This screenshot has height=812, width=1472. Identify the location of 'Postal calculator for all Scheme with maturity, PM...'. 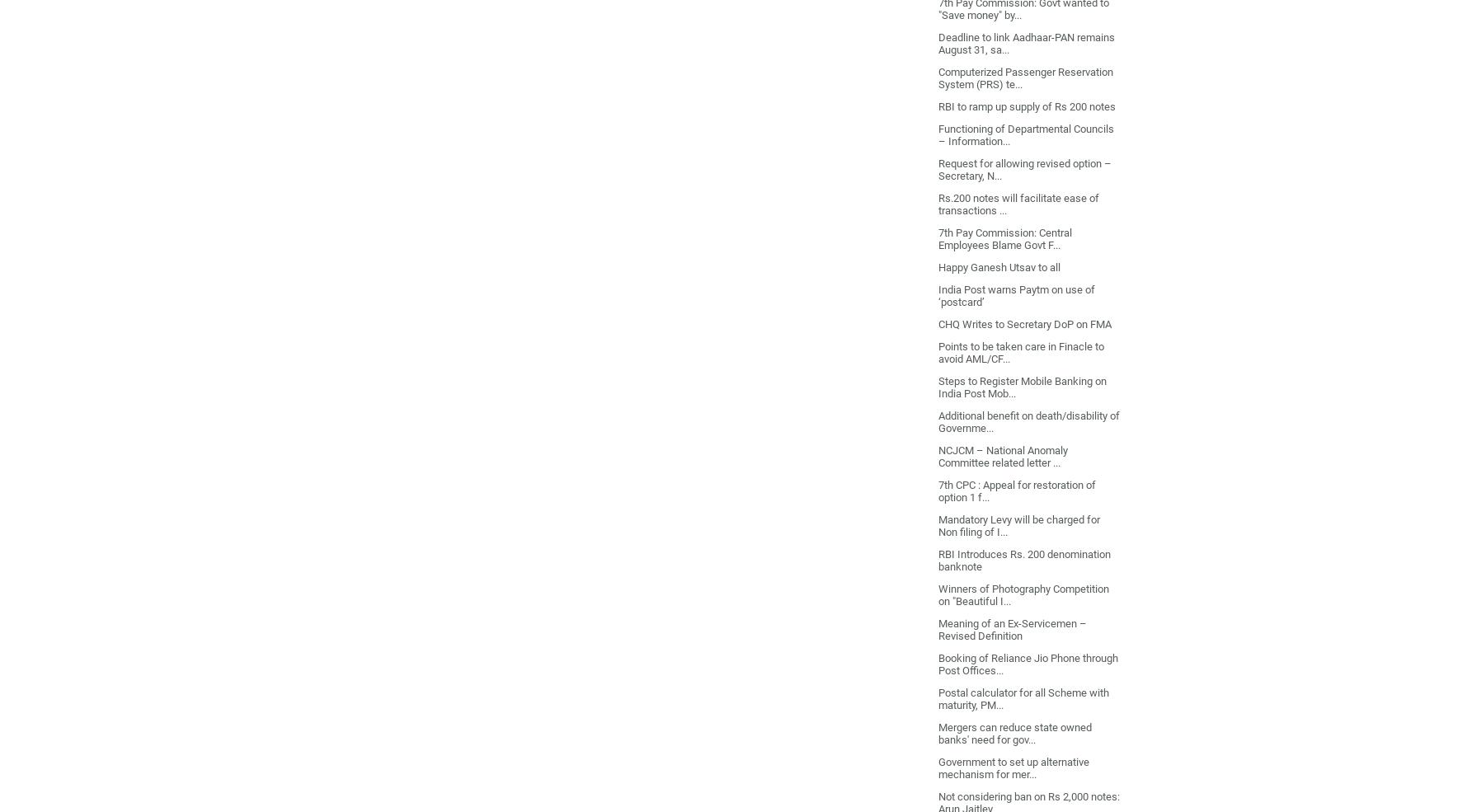
(1022, 697).